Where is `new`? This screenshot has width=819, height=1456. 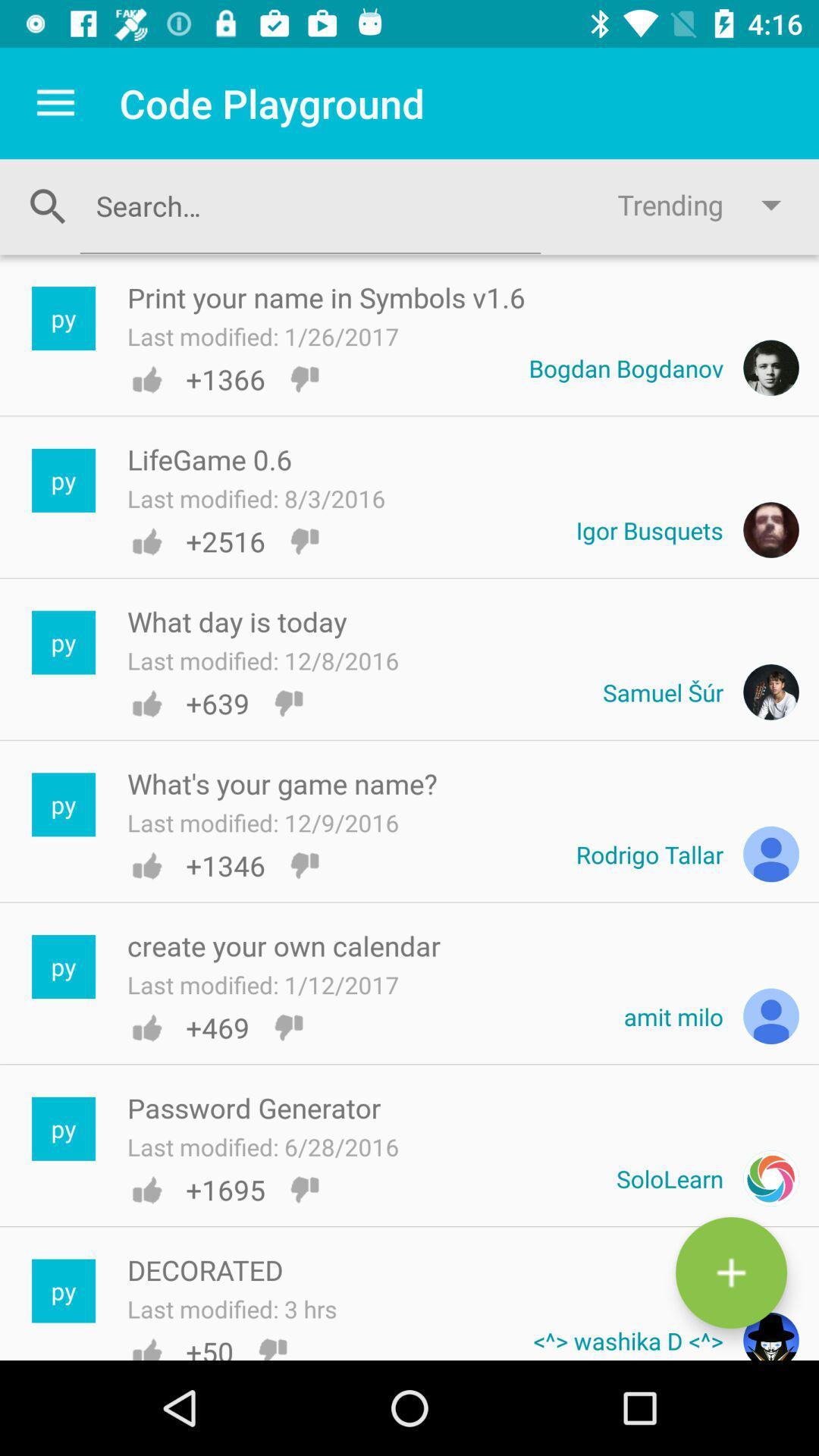 new is located at coordinates (730, 1272).